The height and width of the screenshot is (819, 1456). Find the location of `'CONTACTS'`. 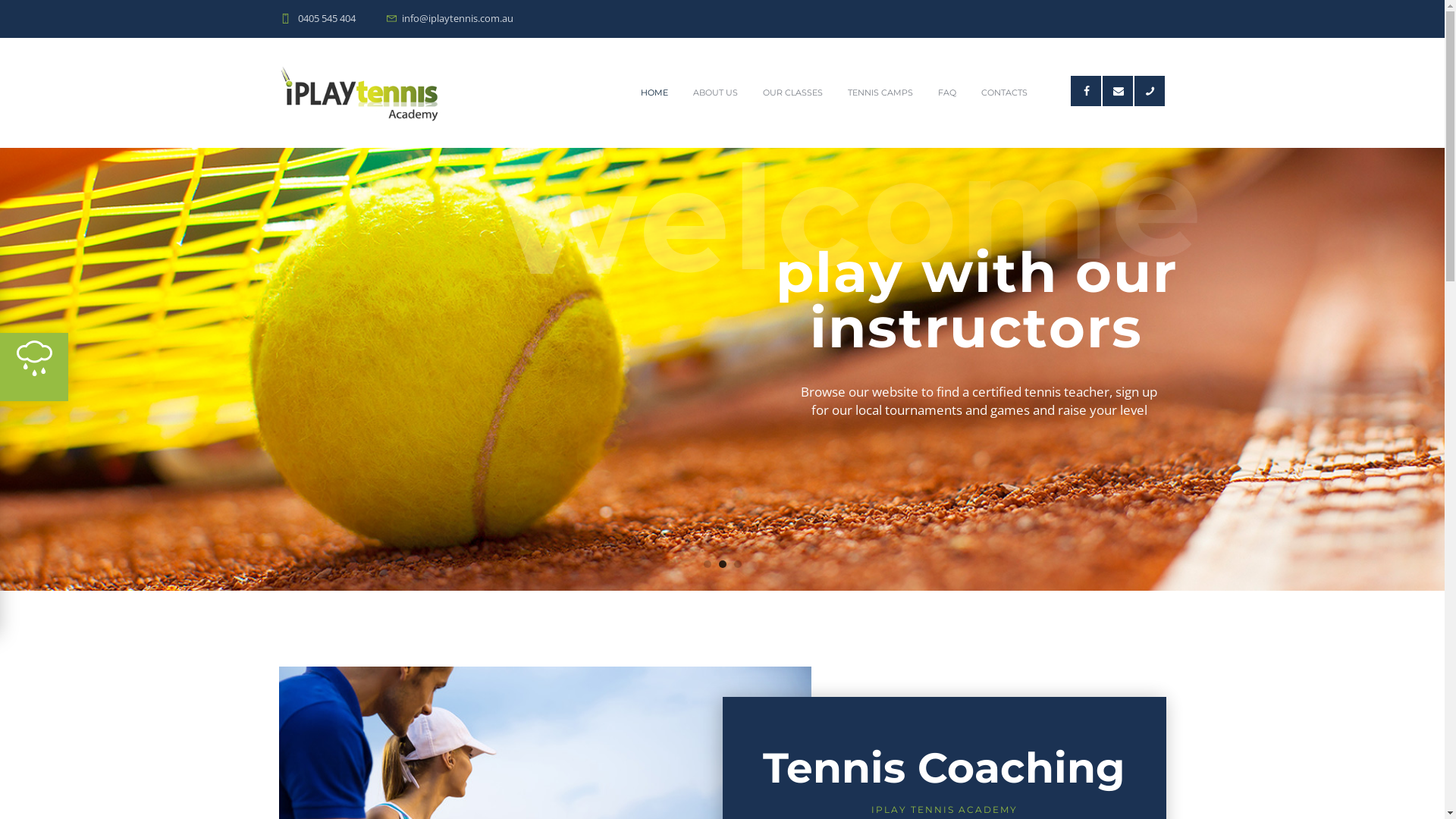

'CONTACTS' is located at coordinates (1004, 93).